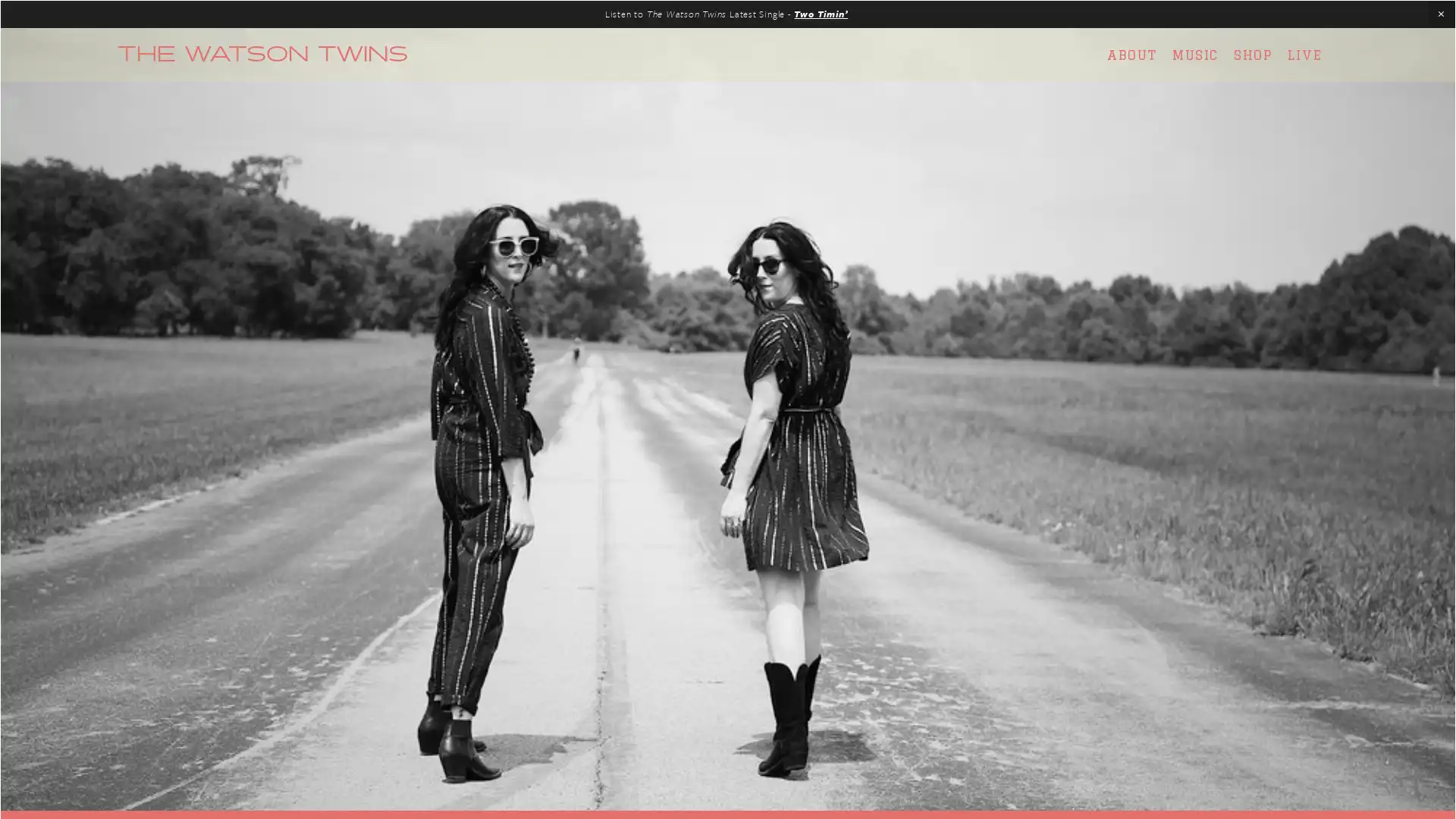  I want to click on Close, so click(994, 216).